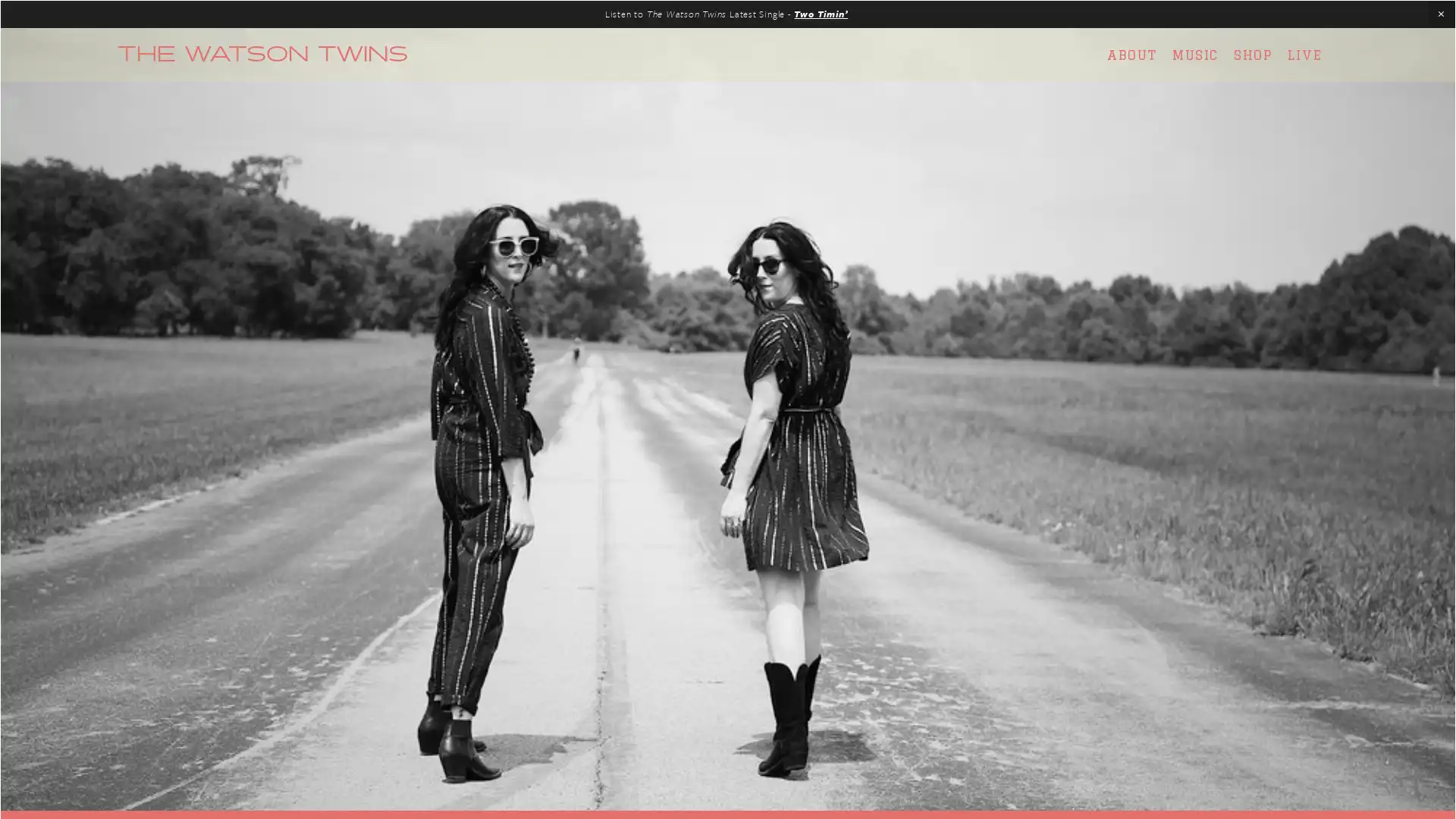  I want to click on Close, so click(994, 216).